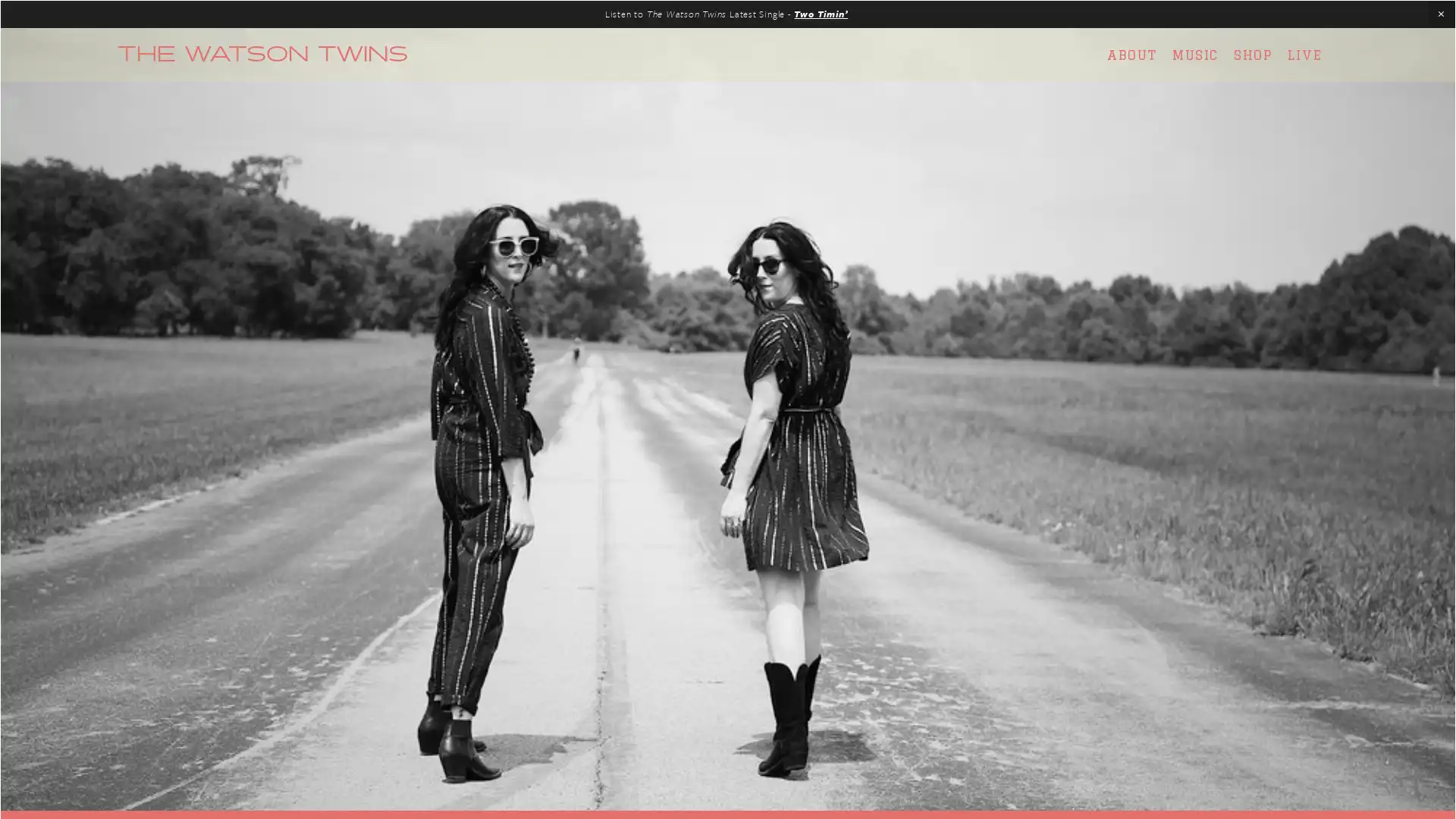  I want to click on Close, so click(994, 216).